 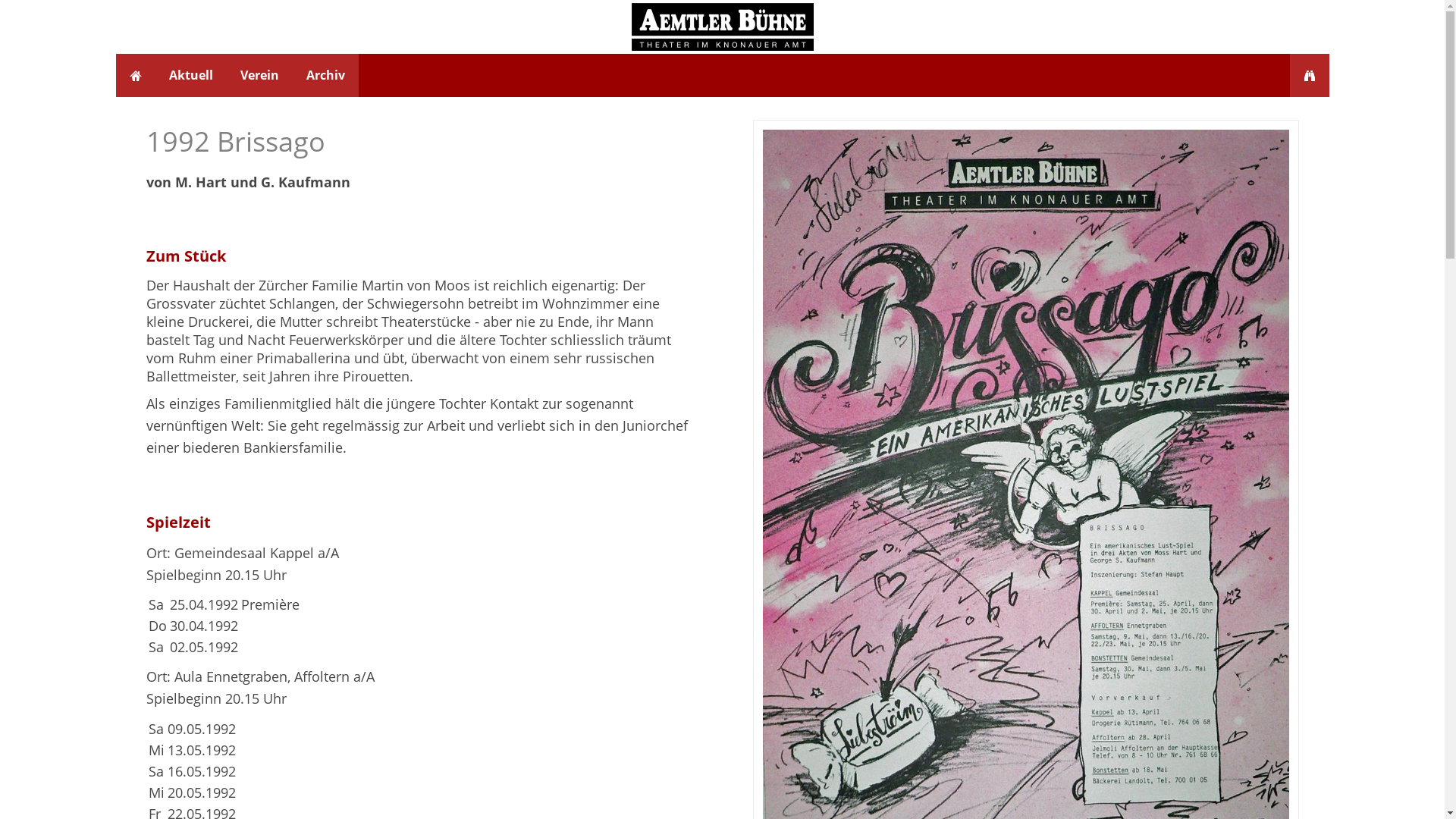 What do you see at coordinates (189, 75) in the screenshot?
I see `'Aktuell'` at bounding box center [189, 75].